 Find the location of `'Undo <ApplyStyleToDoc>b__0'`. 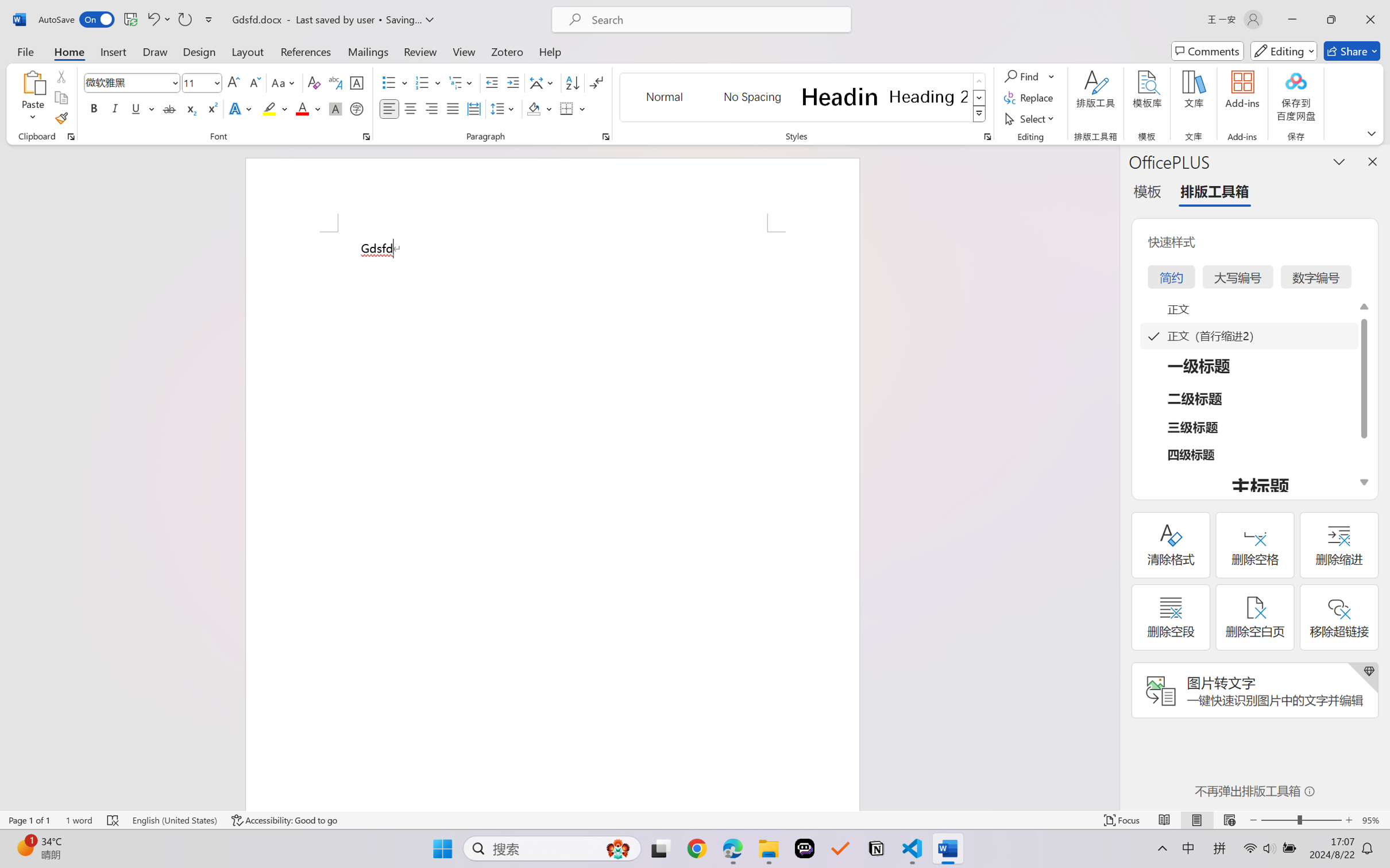

'Undo <ApplyStyleToDoc>b__0' is located at coordinates (157, 19).